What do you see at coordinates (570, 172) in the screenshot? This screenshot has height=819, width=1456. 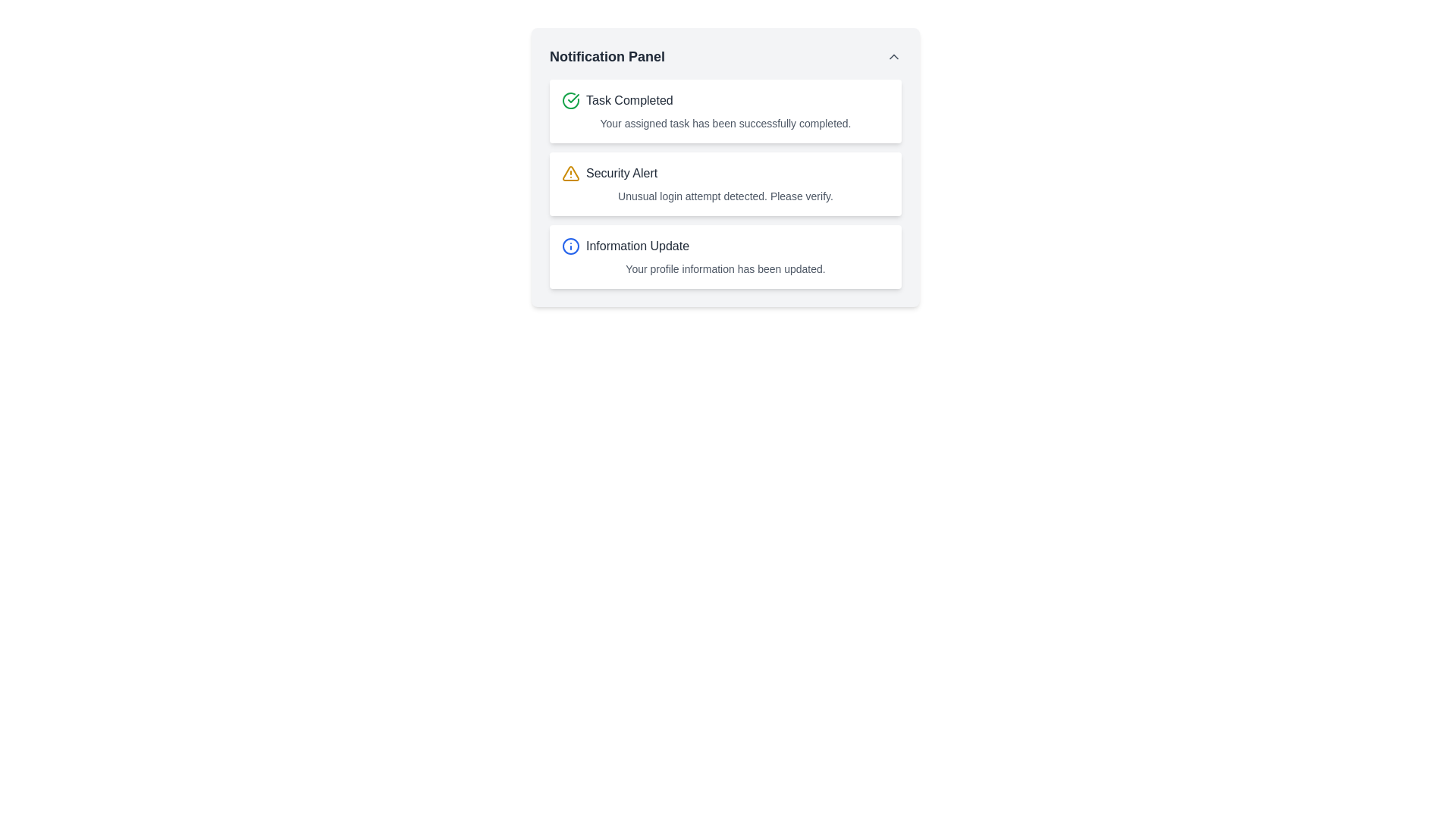 I see `the warning icon located on the left side of the 'Security Alert' text in the second notification card under the 'Notification Panel.'` at bounding box center [570, 172].